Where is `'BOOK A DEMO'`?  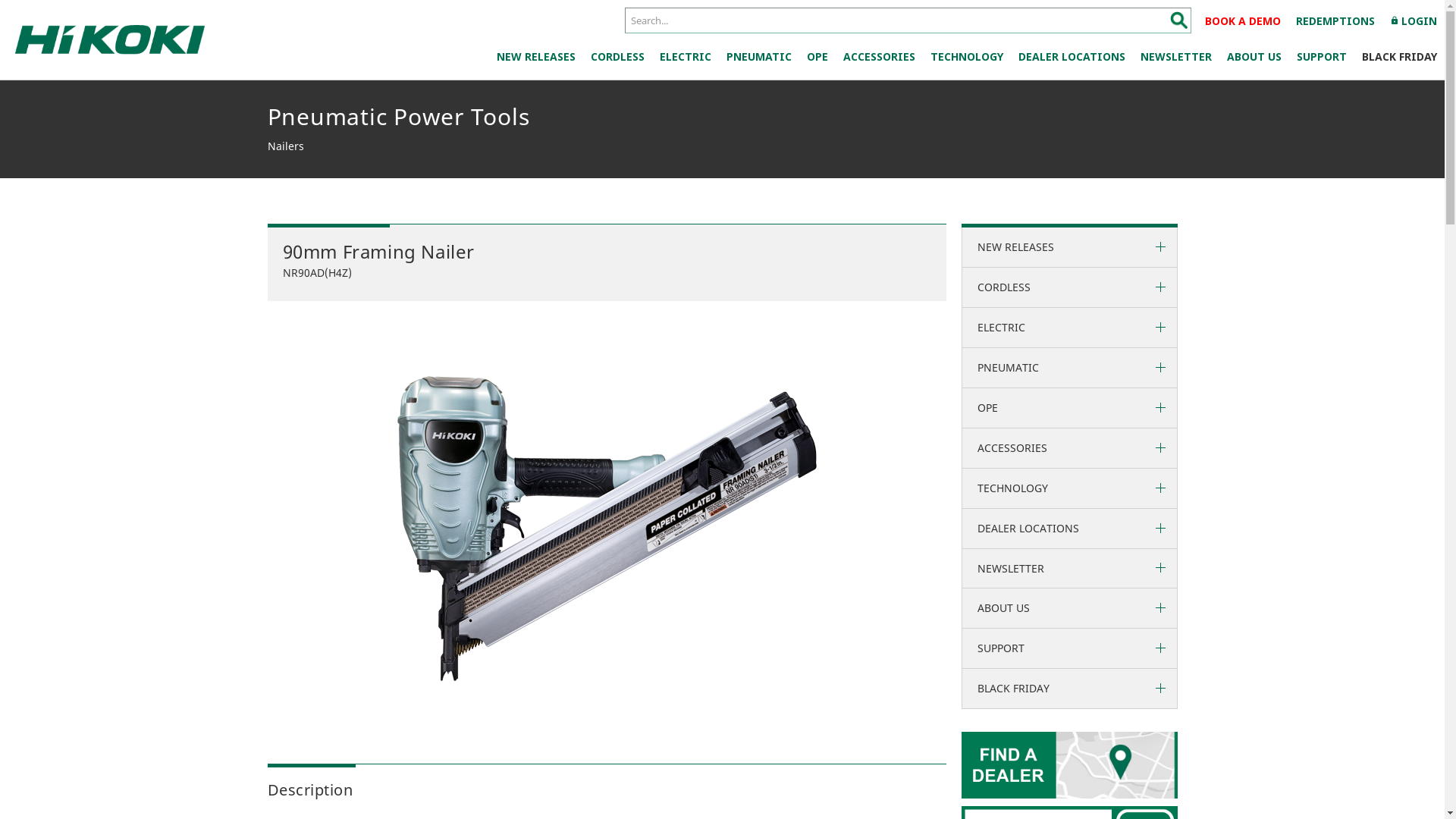
'BOOK A DEMO' is located at coordinates (1242, 20).